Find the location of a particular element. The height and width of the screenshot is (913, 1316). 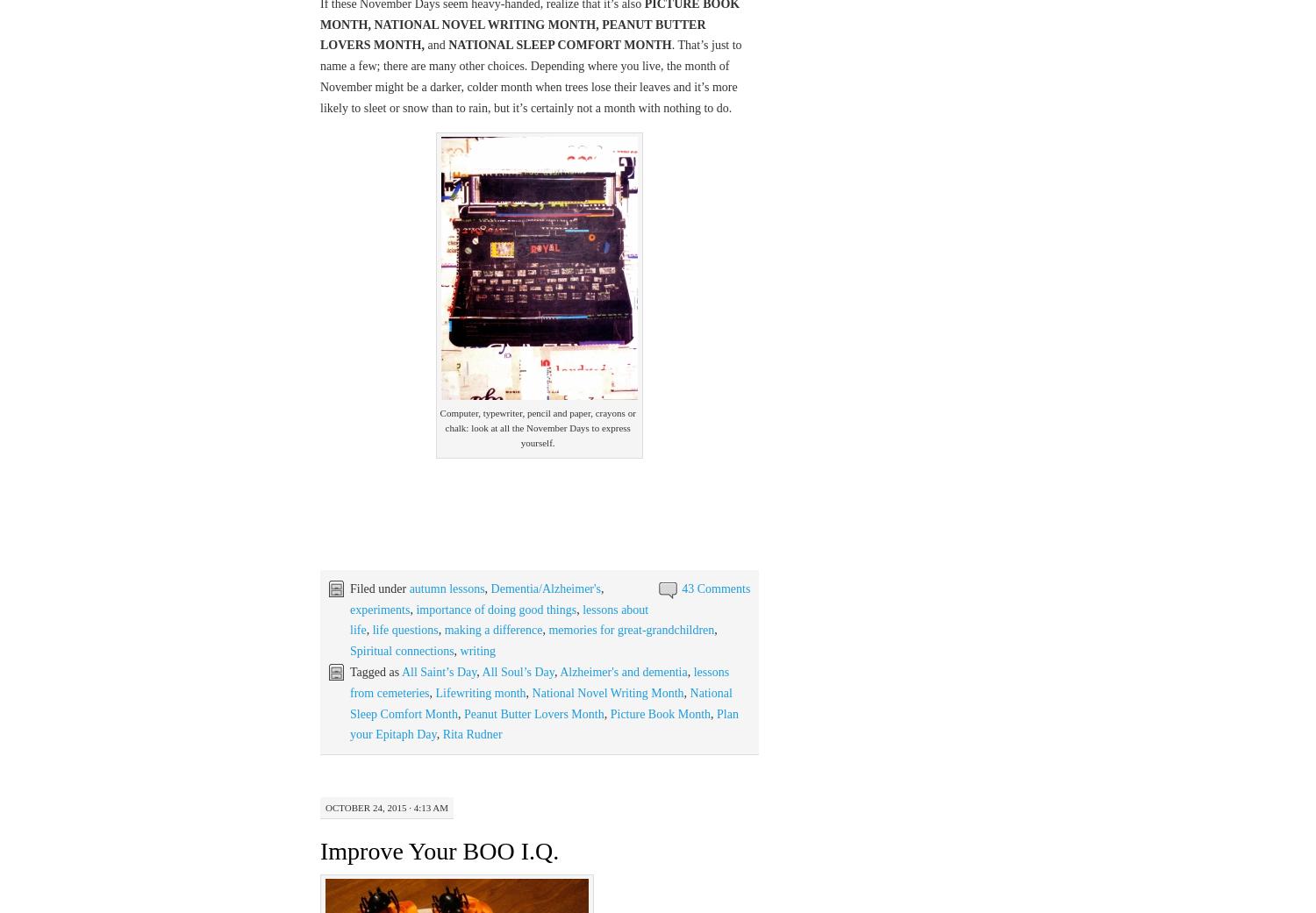

'Filed under' is located at coordinates (379, 587).